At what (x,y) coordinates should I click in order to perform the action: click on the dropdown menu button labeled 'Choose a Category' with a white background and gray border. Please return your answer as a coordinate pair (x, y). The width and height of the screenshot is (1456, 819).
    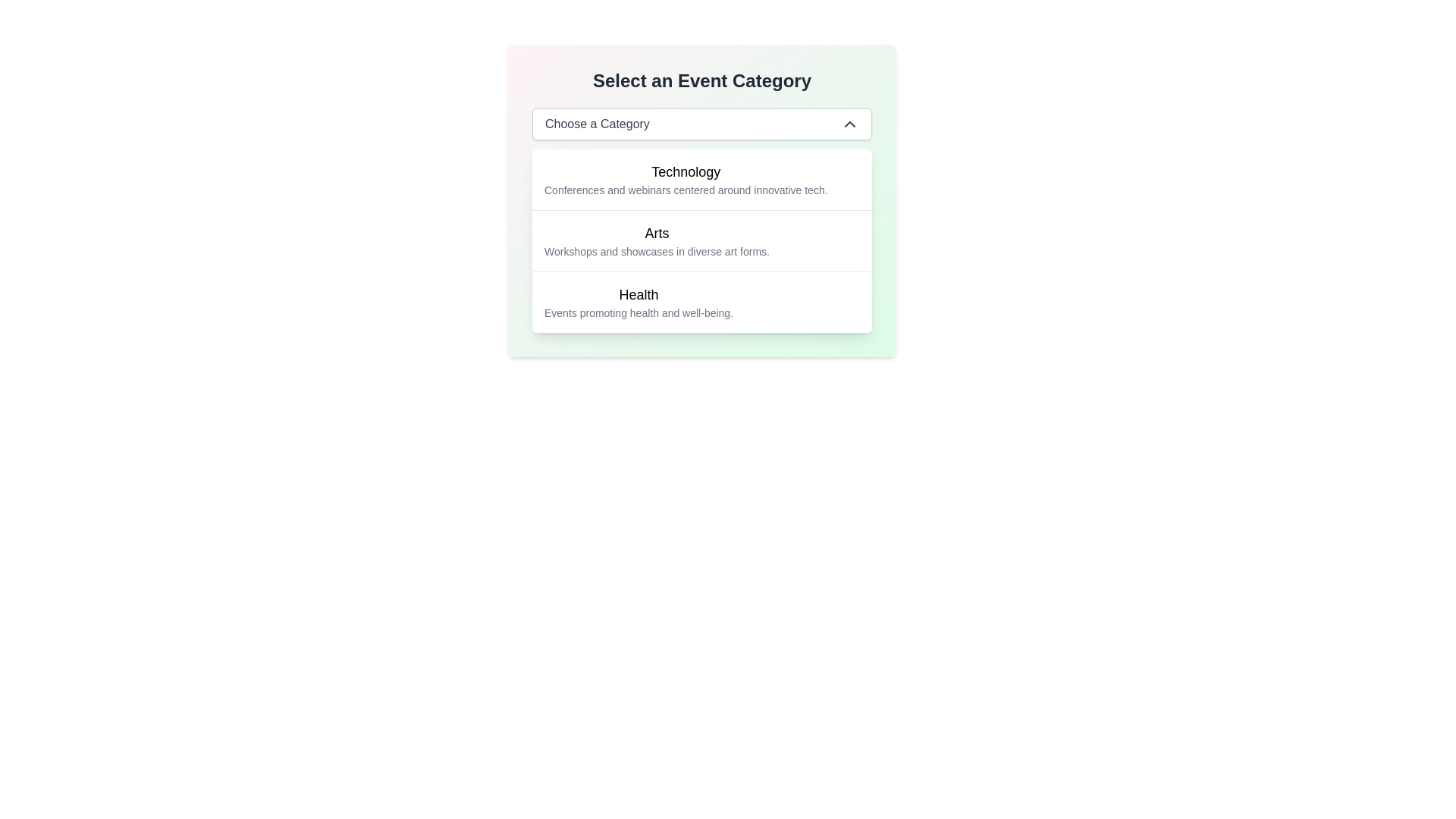
    Looking at the image, I should click on (701, 124).